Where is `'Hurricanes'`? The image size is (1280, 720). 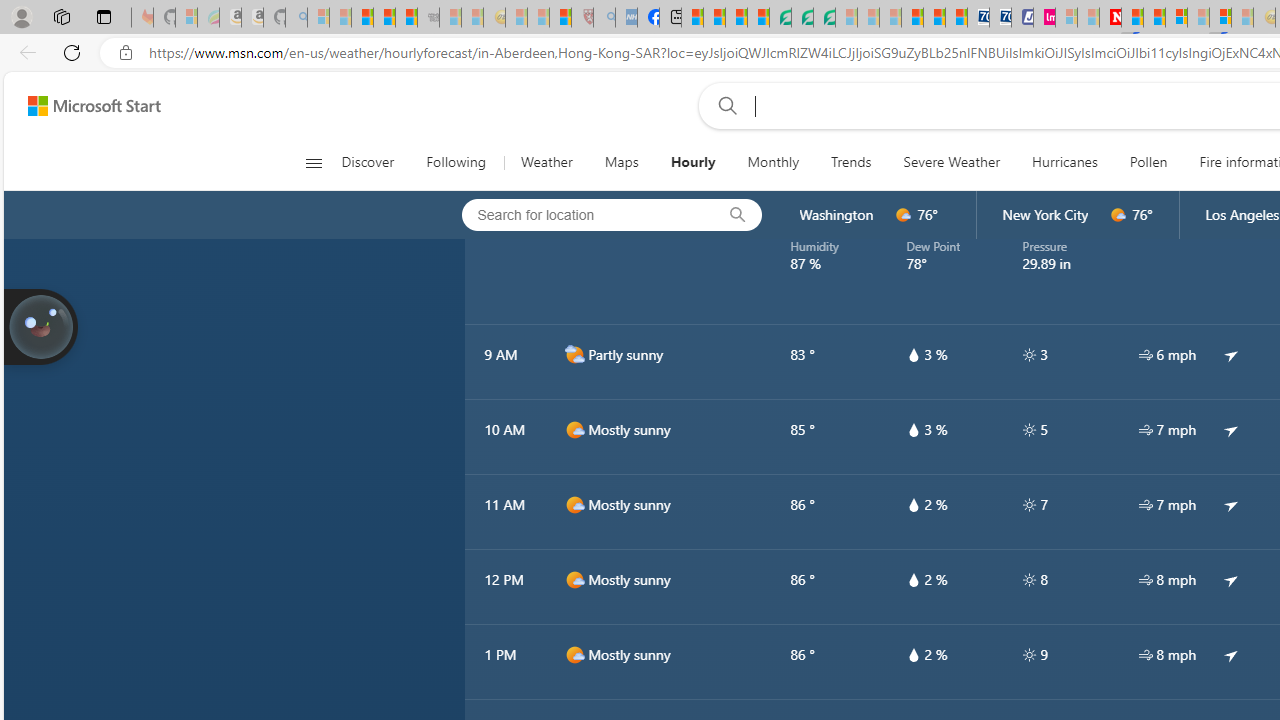 'Hurricanes' is located at coordinates (1063, 162).